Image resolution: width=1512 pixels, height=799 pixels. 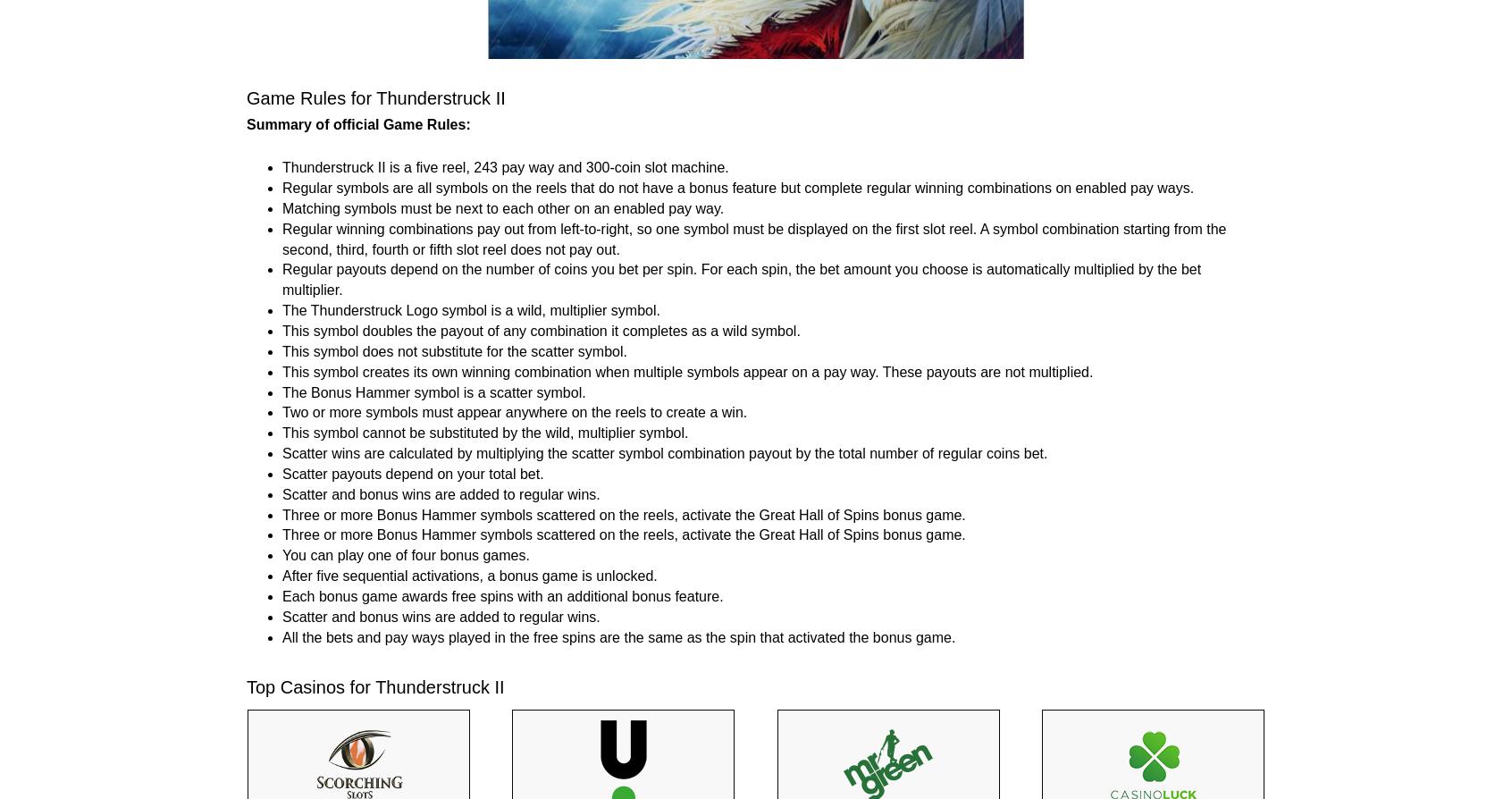 What do you see at coordinates (469, 576) in the screenshot?
I see `'After five sequential activations, a bonus game is unlocked.'` at bounding box center [469, 576].